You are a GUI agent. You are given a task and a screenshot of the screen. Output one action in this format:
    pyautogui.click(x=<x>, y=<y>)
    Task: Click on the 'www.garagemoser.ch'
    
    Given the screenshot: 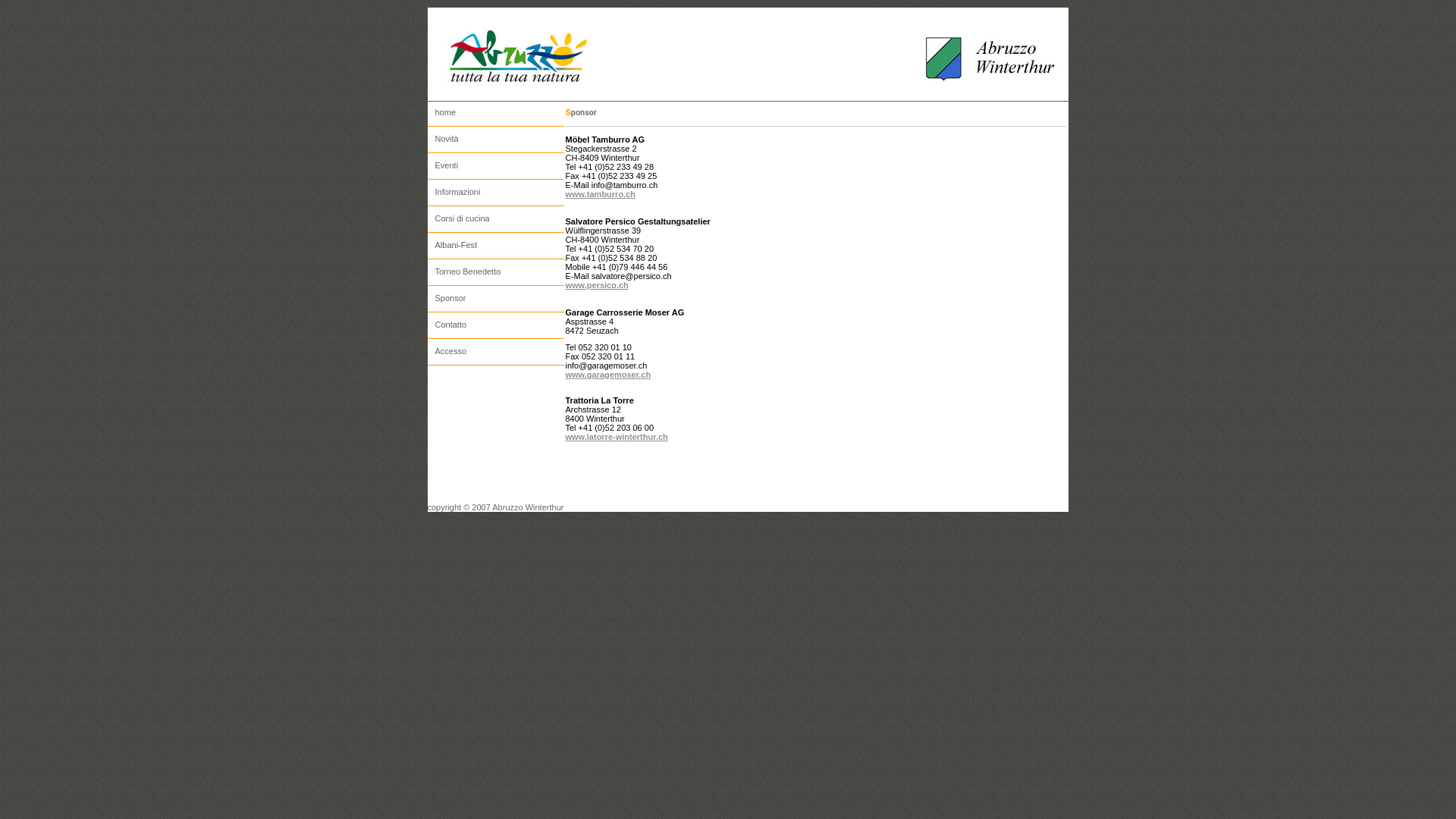 What is the action you would take?
    pyautogui.click(x=608, y=374)
    